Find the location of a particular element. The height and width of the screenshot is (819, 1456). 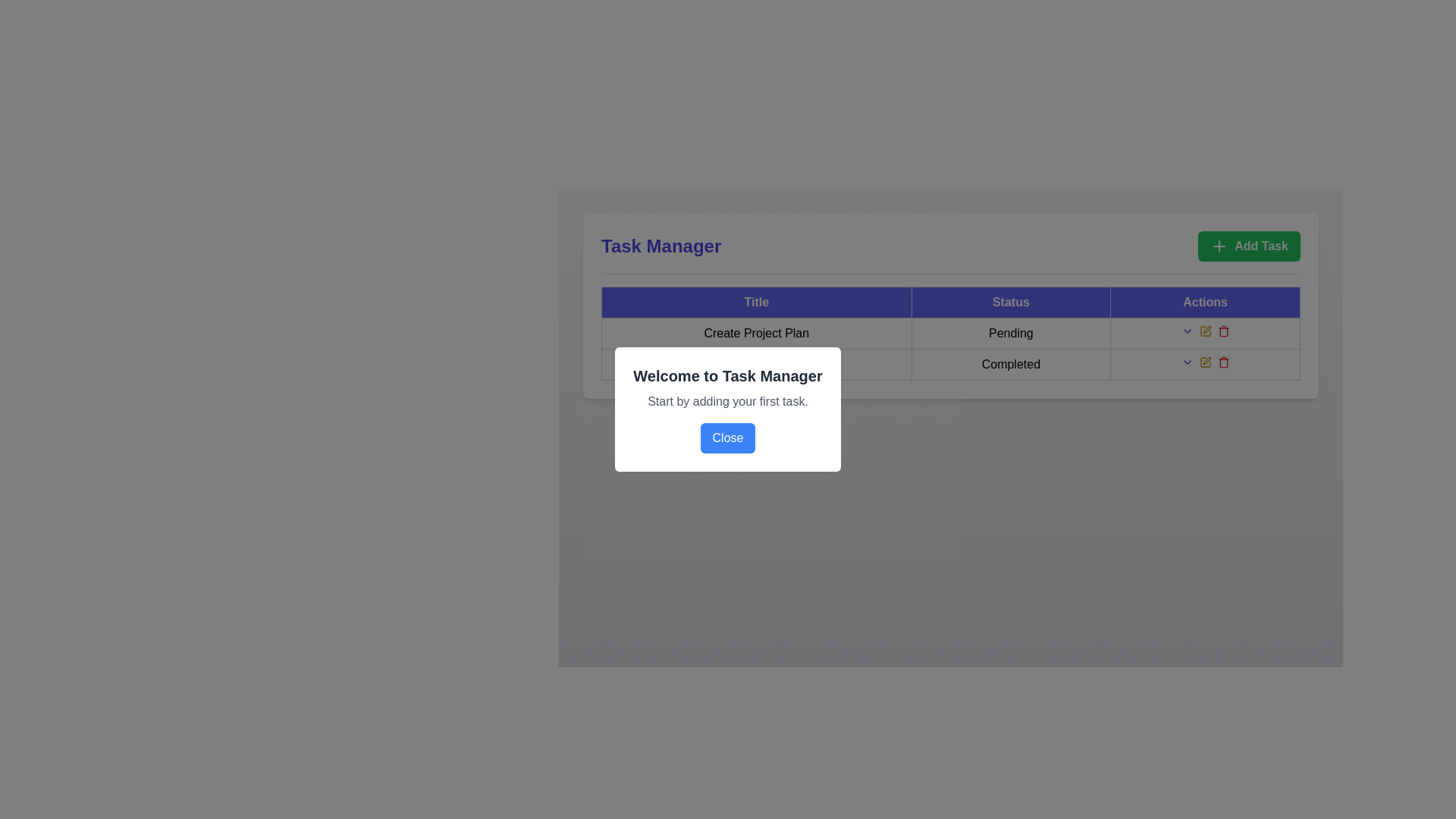

the 'Actions' header label, which is styled with a blue background and grey text, positioned to the right of the 'Status' element is located at coordinates (1204, 302).